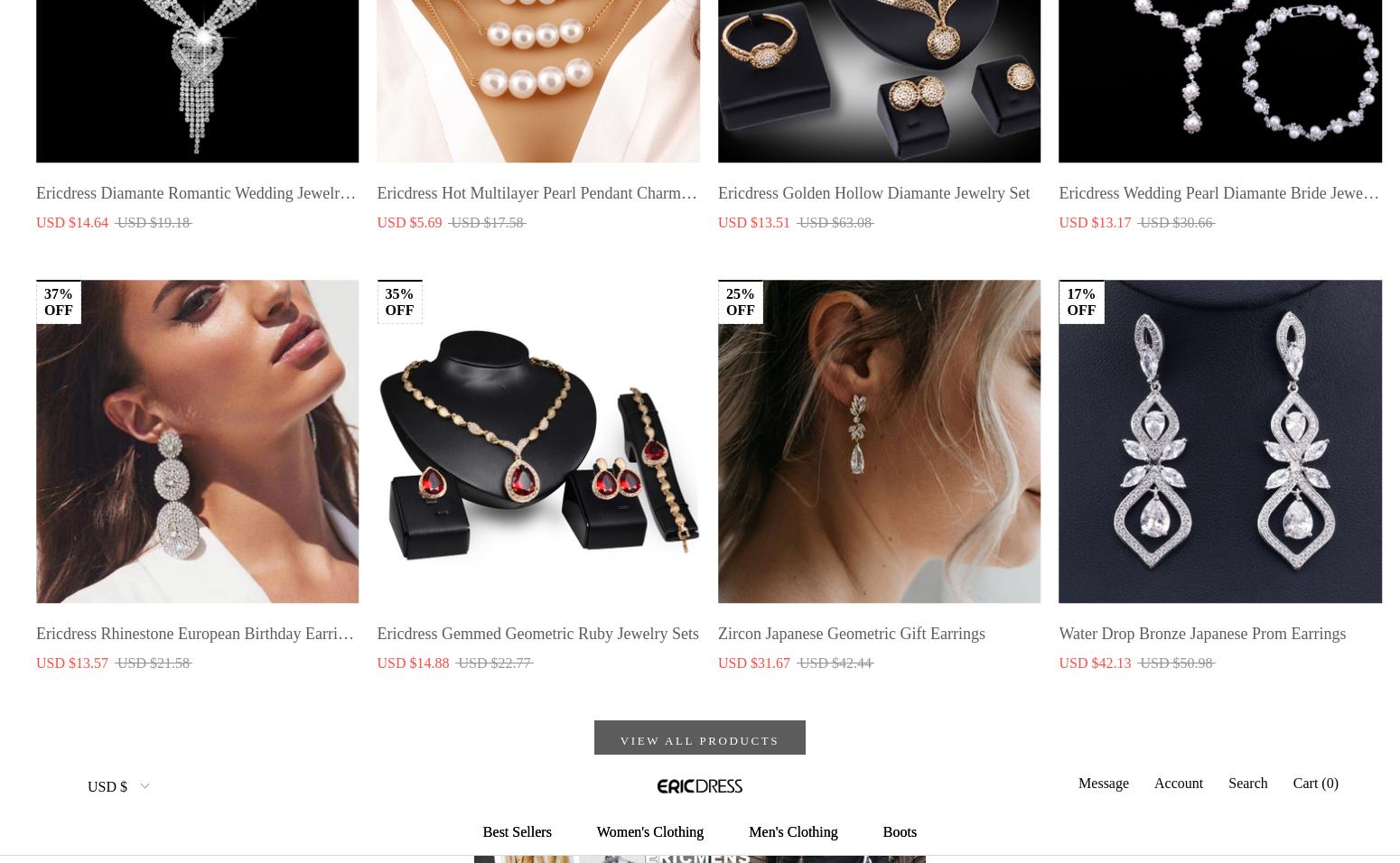  I want to click on 'Ericdress Short Sleeves One Shoulder Ruched Sheath/Column Cocktail Dress', so click(376, 250).